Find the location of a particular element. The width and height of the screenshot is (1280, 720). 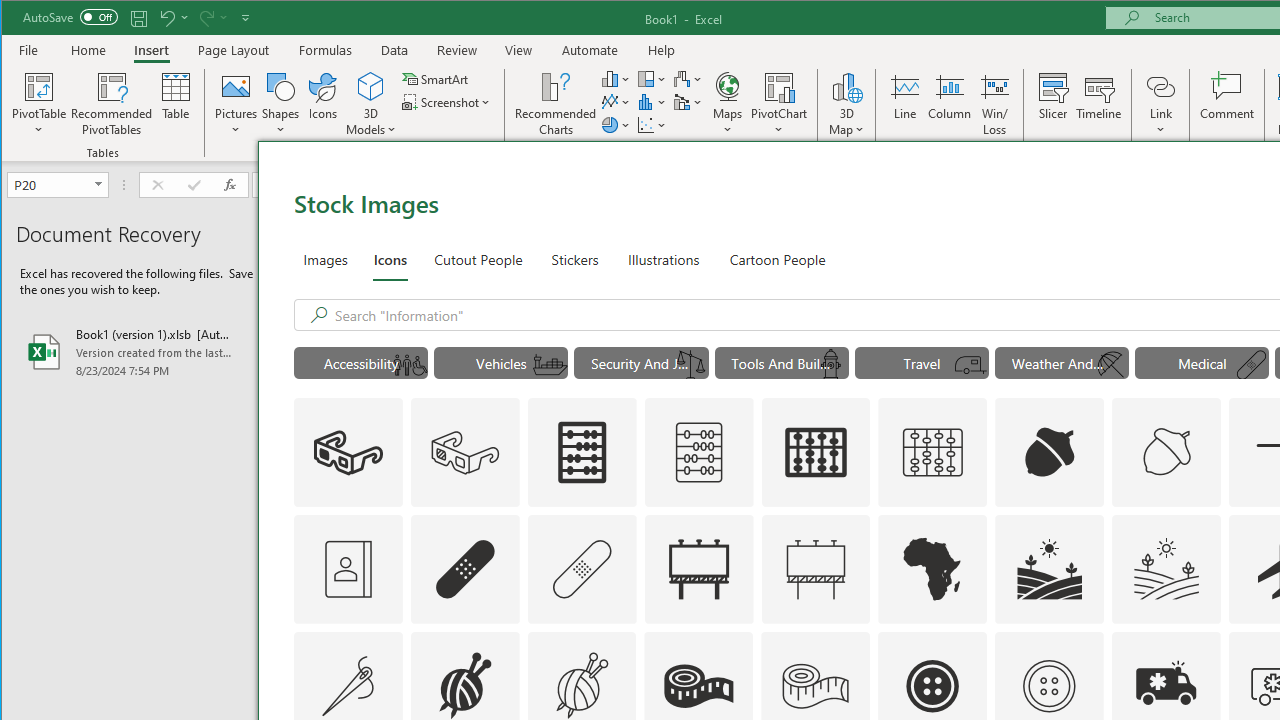

'AutomationID: Icons_Agriculture_M' is located at coordinates (1167, 568).